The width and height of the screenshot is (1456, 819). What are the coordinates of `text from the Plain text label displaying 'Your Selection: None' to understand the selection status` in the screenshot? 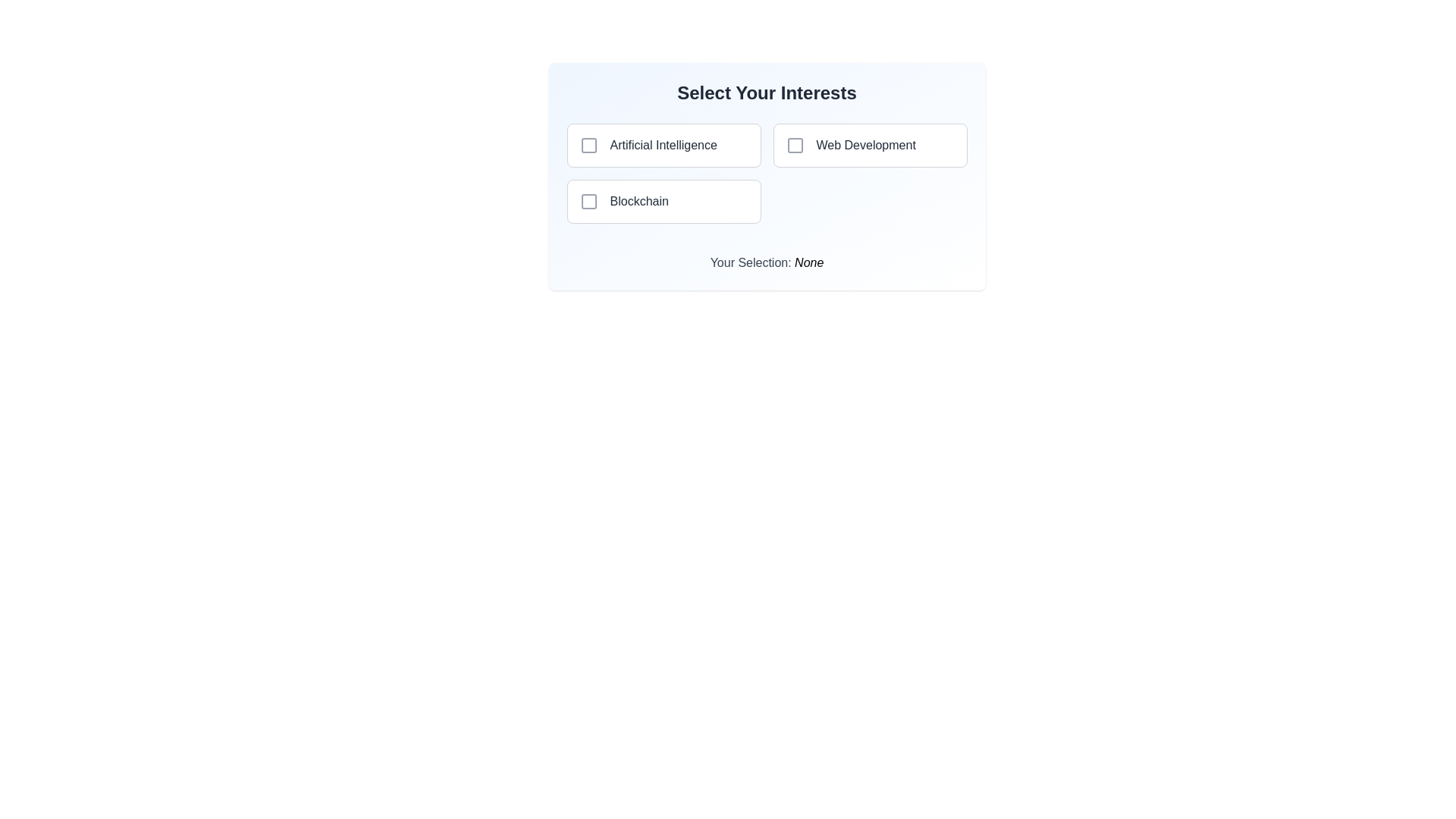 It's located at (808, 262).